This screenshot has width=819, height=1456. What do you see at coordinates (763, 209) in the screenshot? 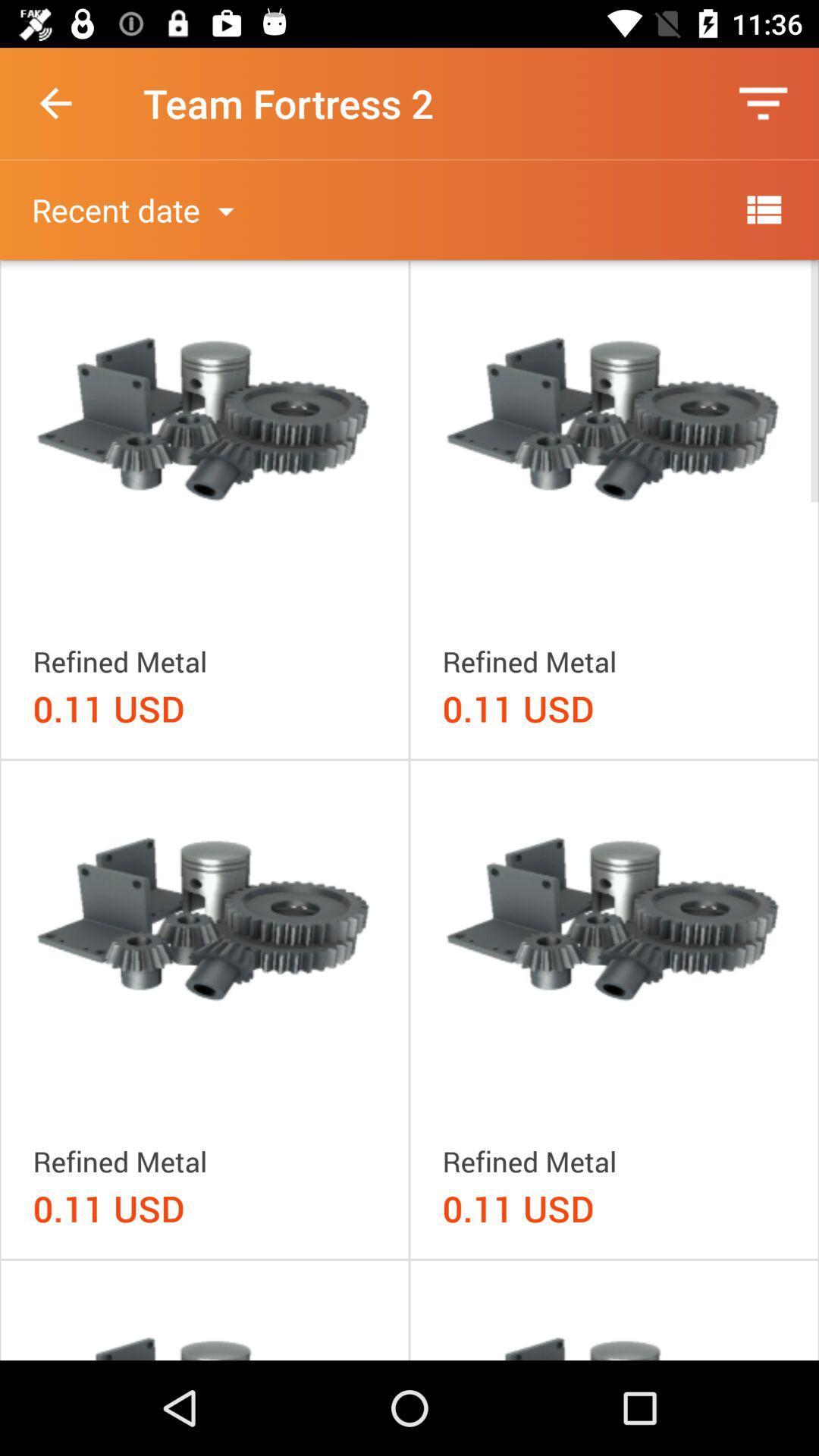
I see `expand menu` at bounding box center [763, 209].